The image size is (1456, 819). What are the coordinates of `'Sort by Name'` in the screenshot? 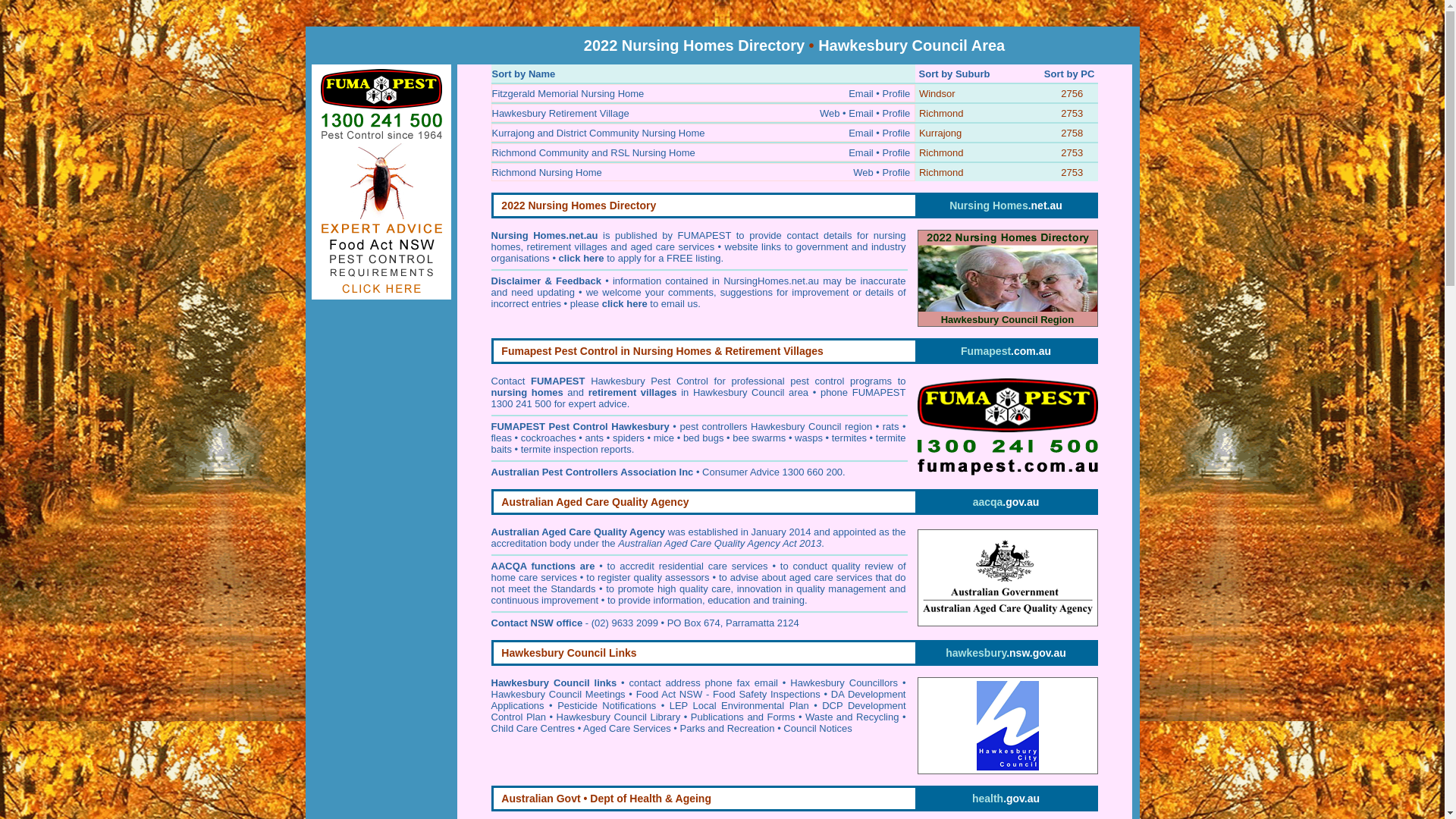 It's located at (523, 74).